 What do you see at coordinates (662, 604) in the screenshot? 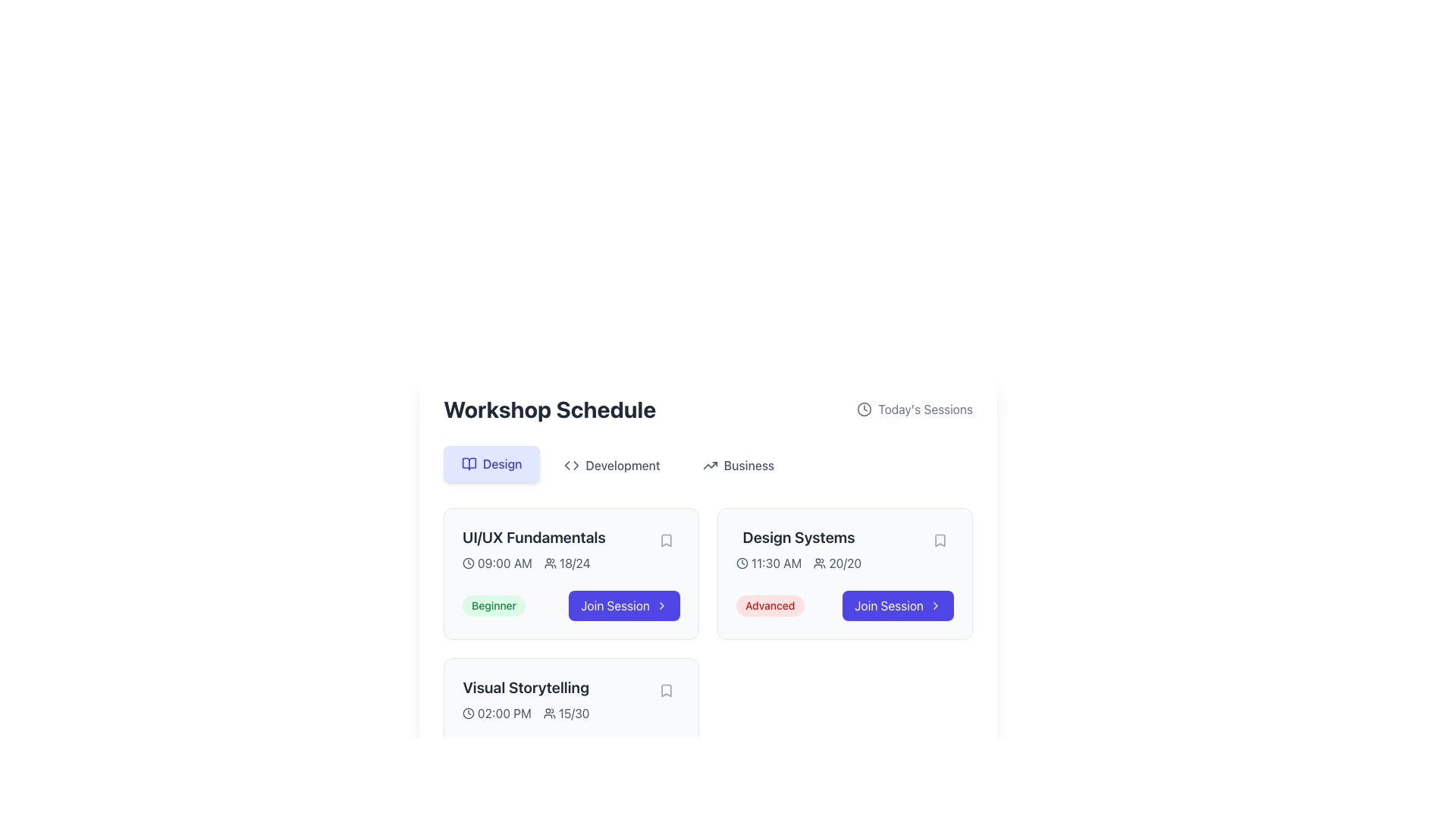
I see `the forward progression icon located at the far right end of the 'Join Session' button on the 'Design Systems' card` at bounding box center [662, 604].